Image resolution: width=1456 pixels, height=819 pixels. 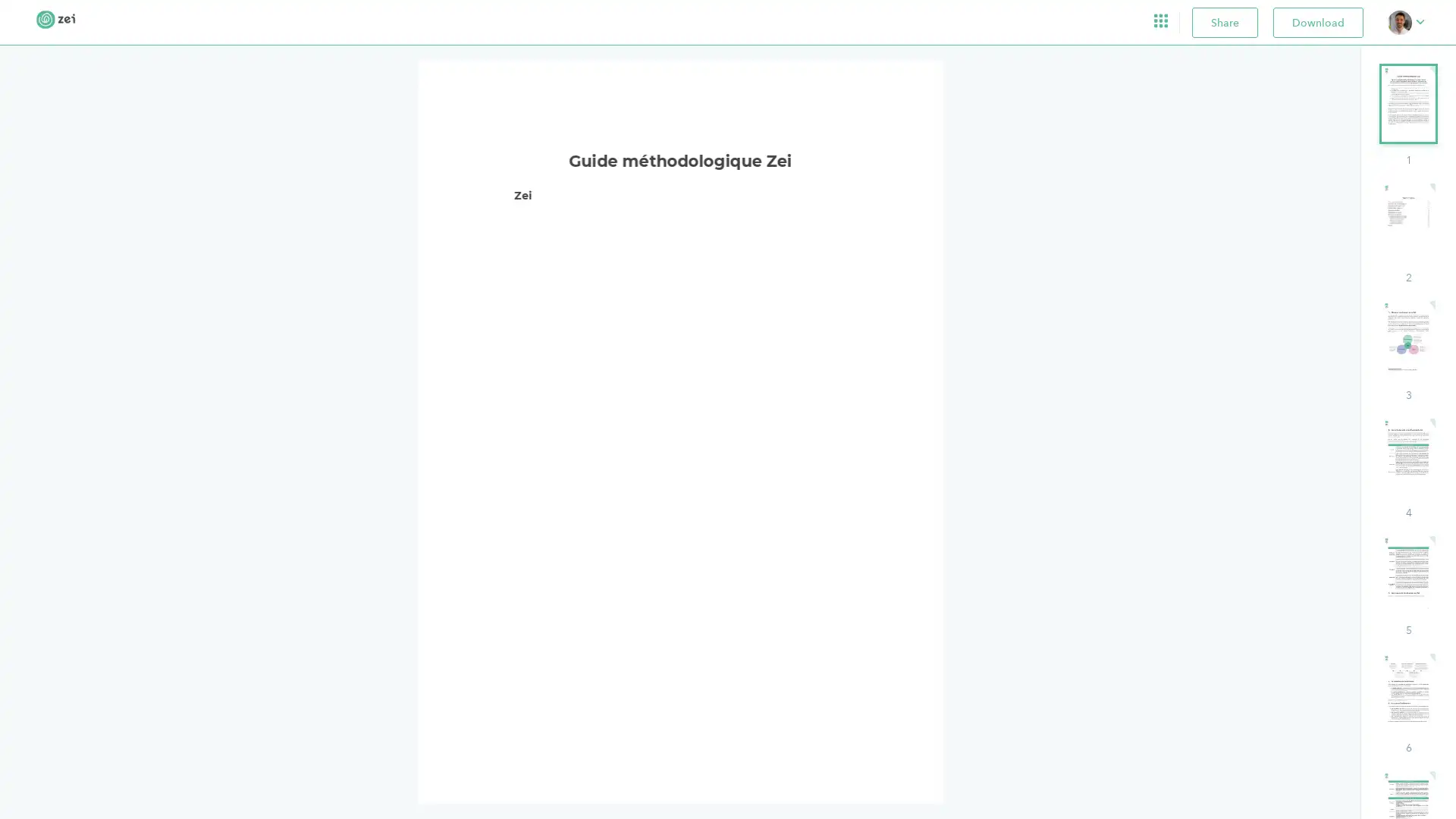 I want to click on Access a shareable link for this document, so click(x=1225, y=22).